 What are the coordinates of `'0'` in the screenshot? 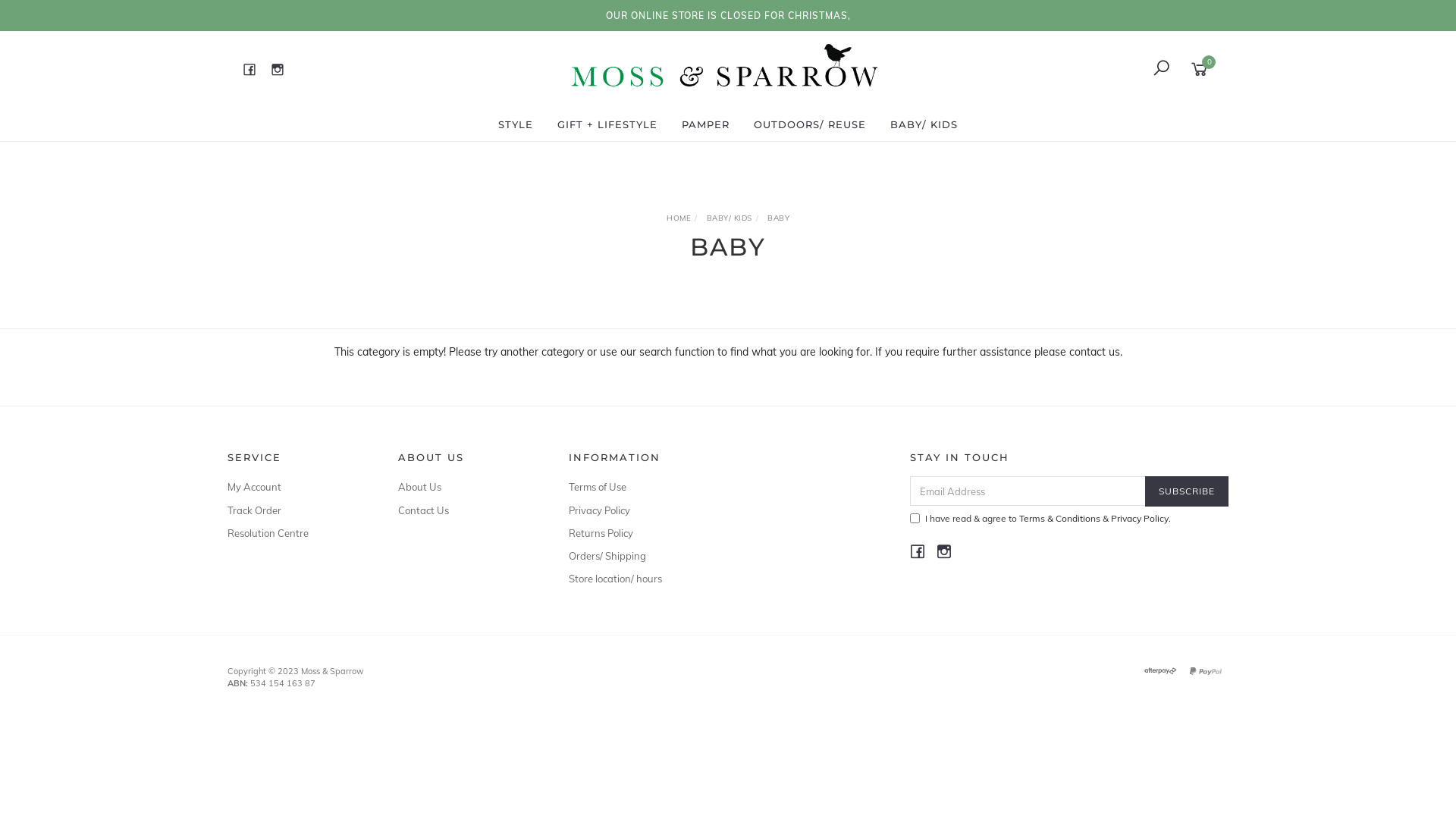 It's located at (1201, 67).